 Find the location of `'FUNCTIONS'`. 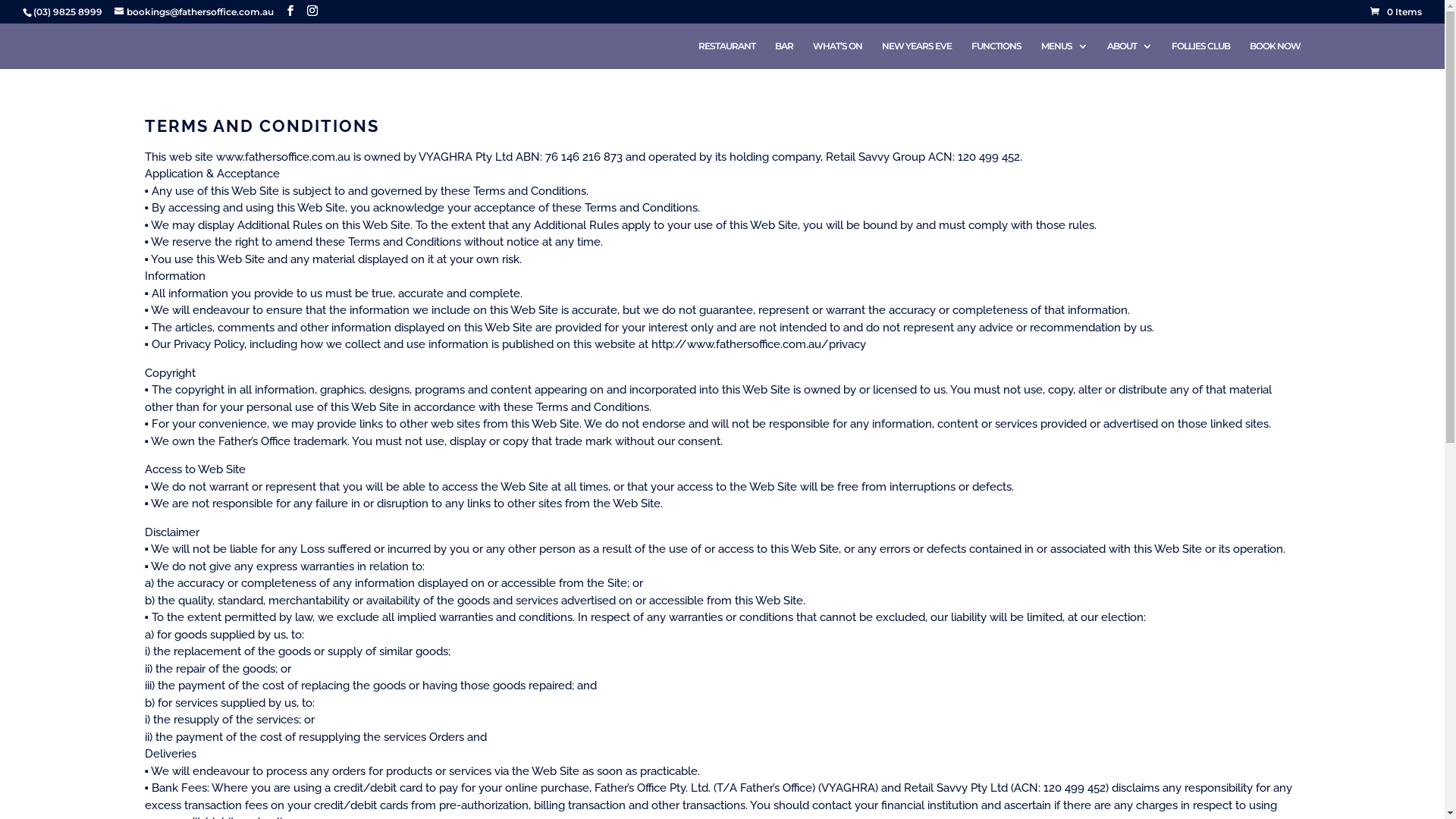

'FUNCTIONS' is located at coordinates (996, 54).